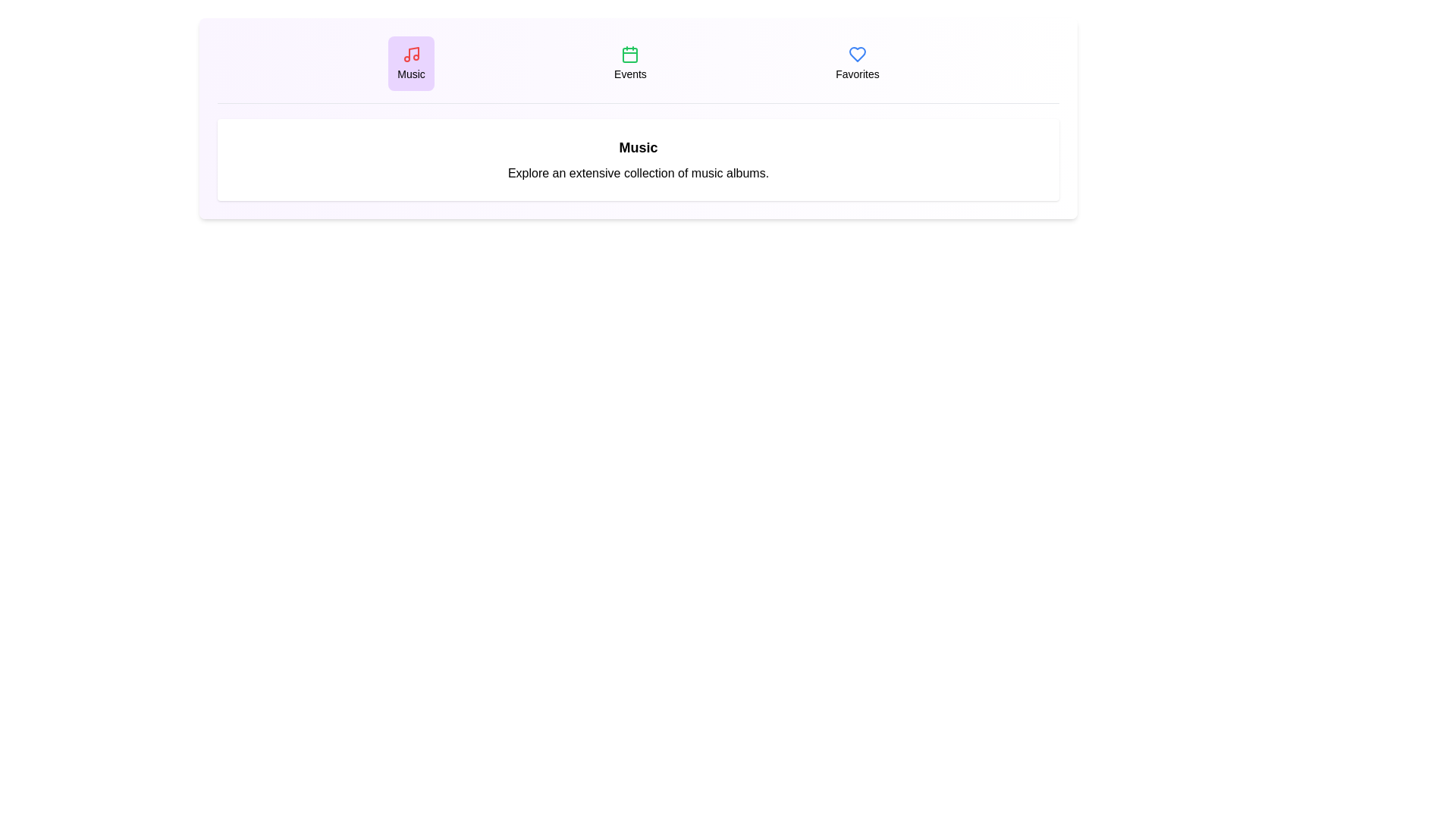 The width and height of the screenshot is (1456, 819). I want to click on the icon for the Favorites tab, so click(857, 54).